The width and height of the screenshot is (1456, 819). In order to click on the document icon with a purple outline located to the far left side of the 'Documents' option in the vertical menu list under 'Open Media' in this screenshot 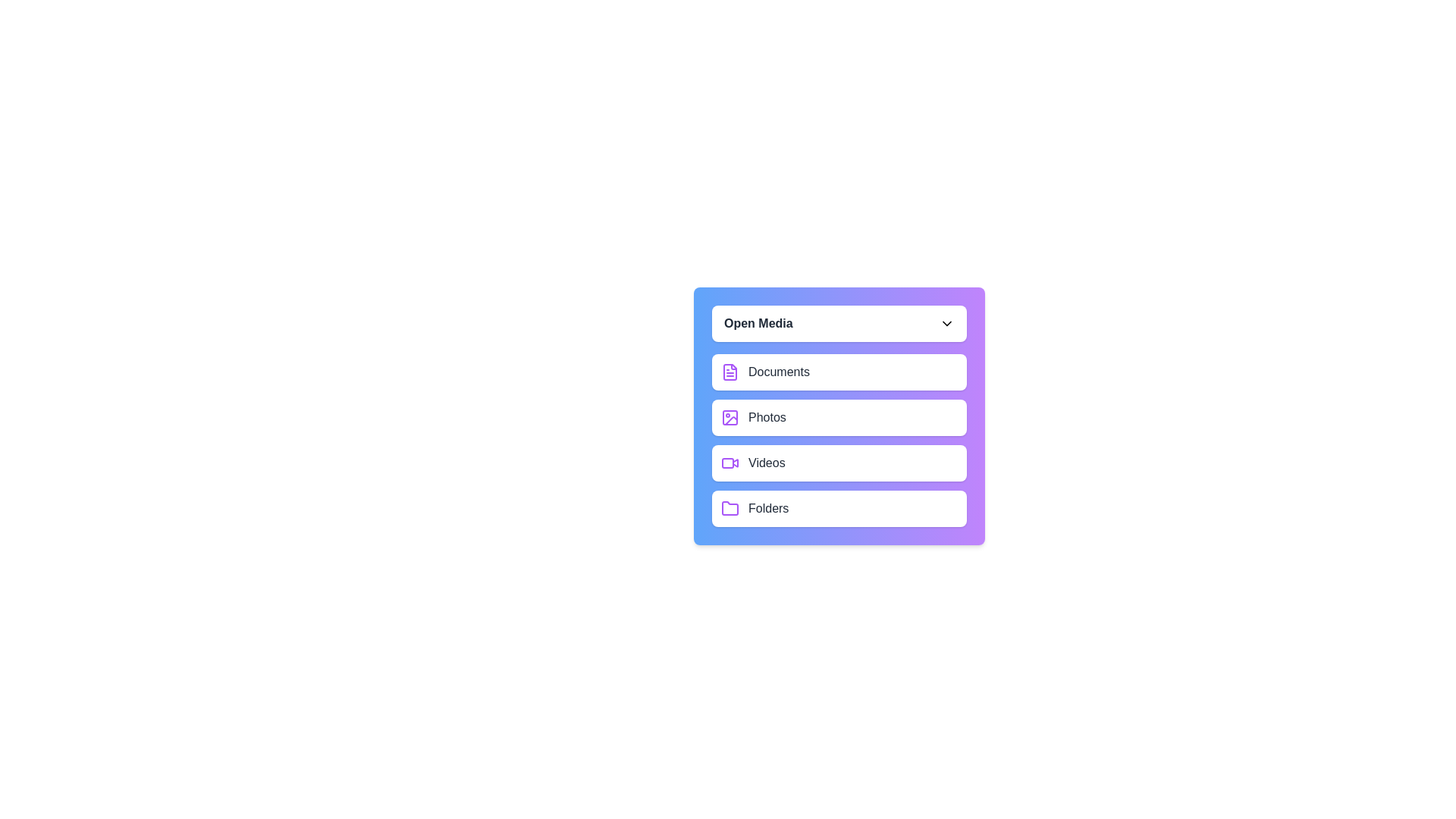, I will do `click(730, 372)`.